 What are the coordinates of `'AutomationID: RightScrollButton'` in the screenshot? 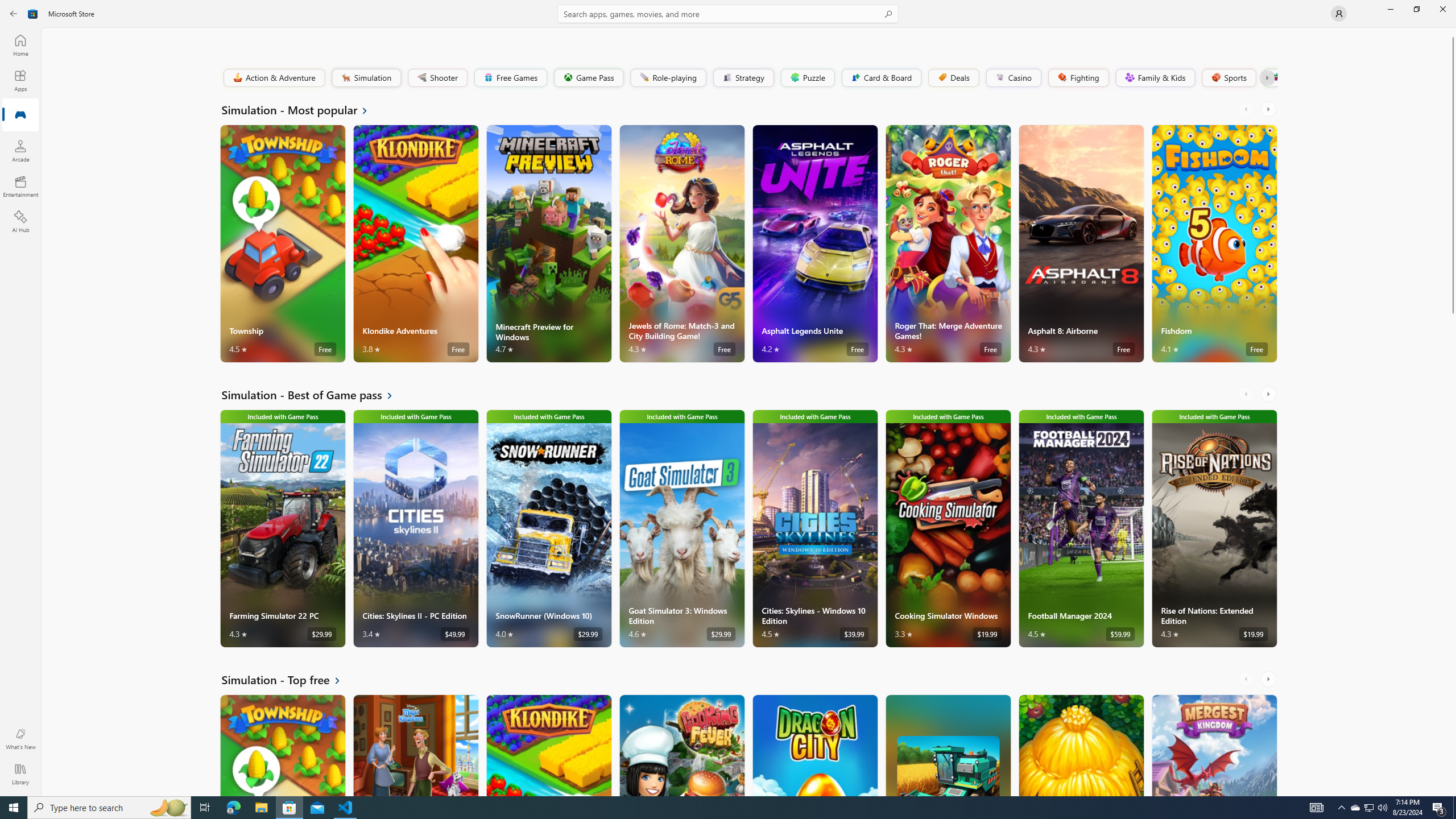 It's located at (1269, 678).